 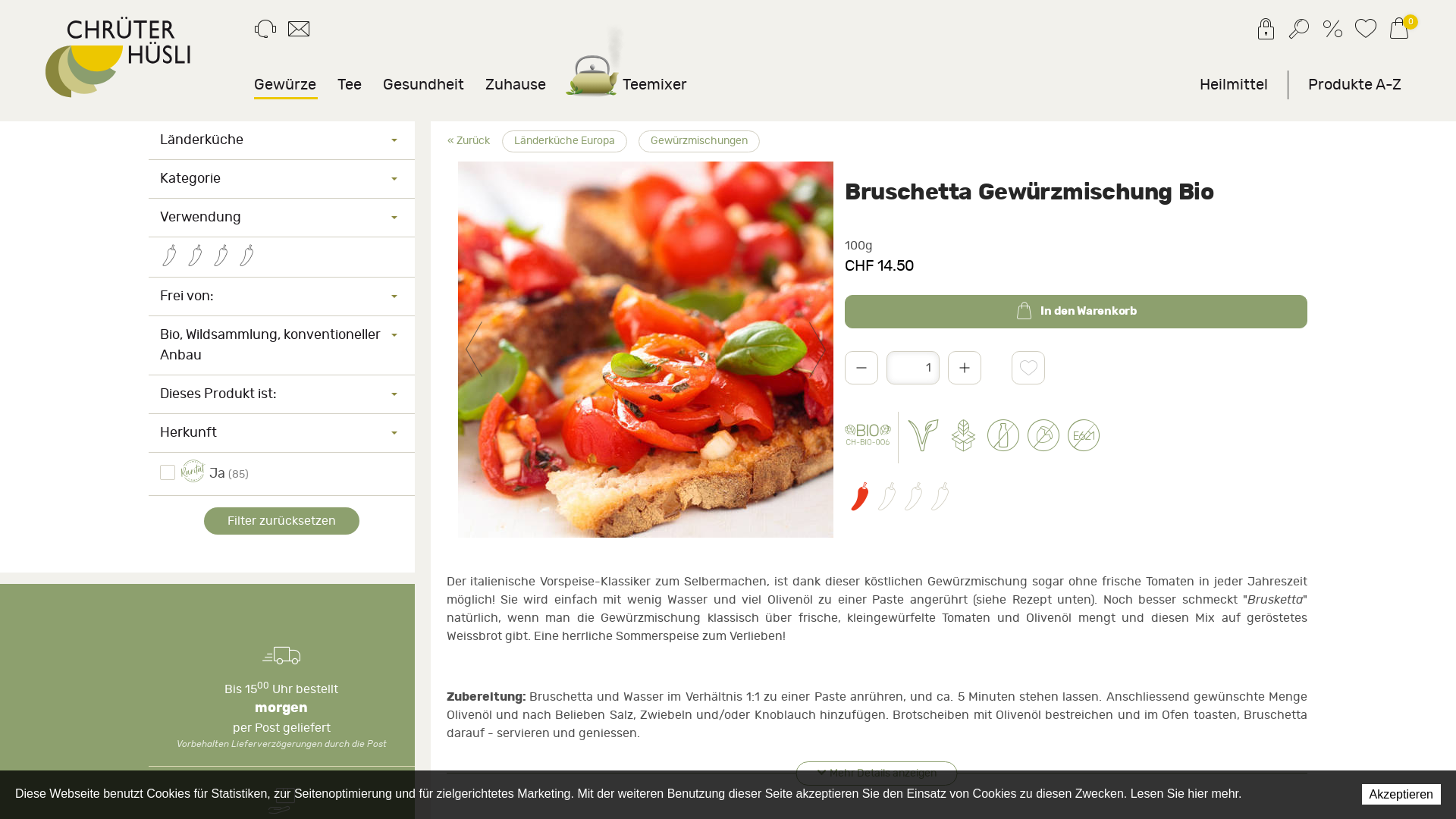 I want to click on '-', so click(x=861, y=368).